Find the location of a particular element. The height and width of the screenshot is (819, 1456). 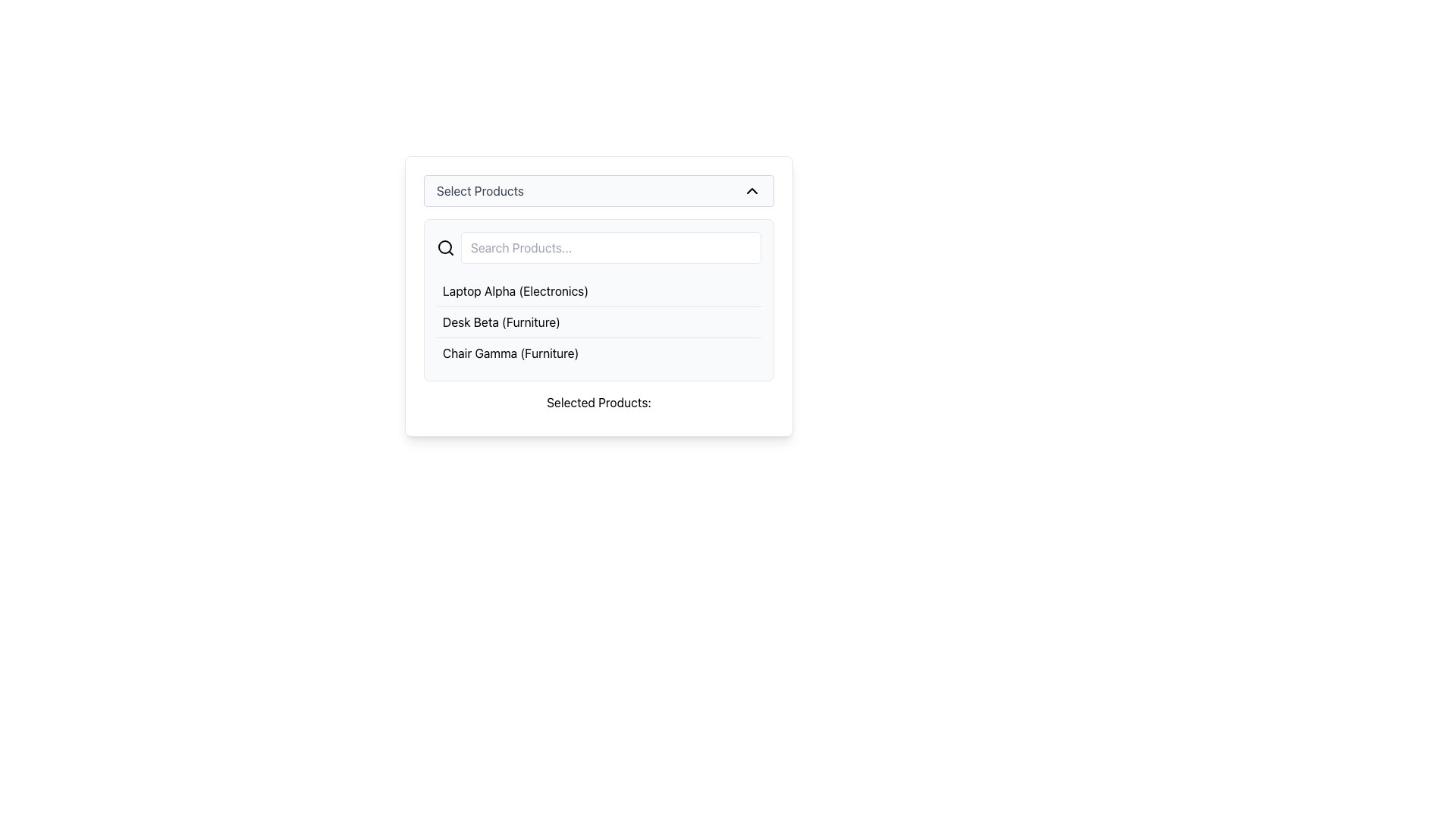

the text label displaying 'Desk Beta (Furniture)' is located at coordinates (501, 321).